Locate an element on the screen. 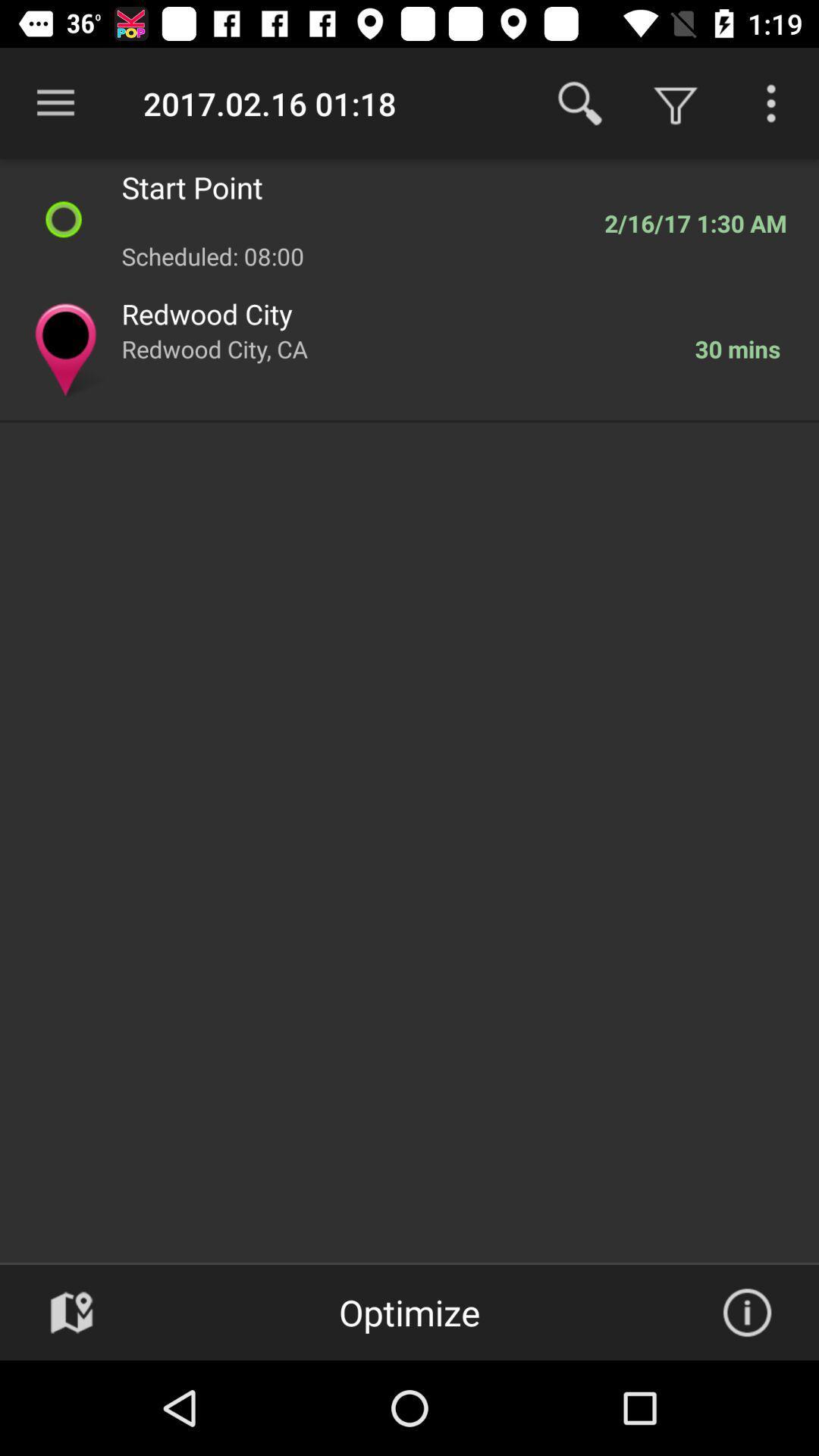 The width and height of the screenshot is (819, 1456). about device option is located at coordinates (746, 1312).